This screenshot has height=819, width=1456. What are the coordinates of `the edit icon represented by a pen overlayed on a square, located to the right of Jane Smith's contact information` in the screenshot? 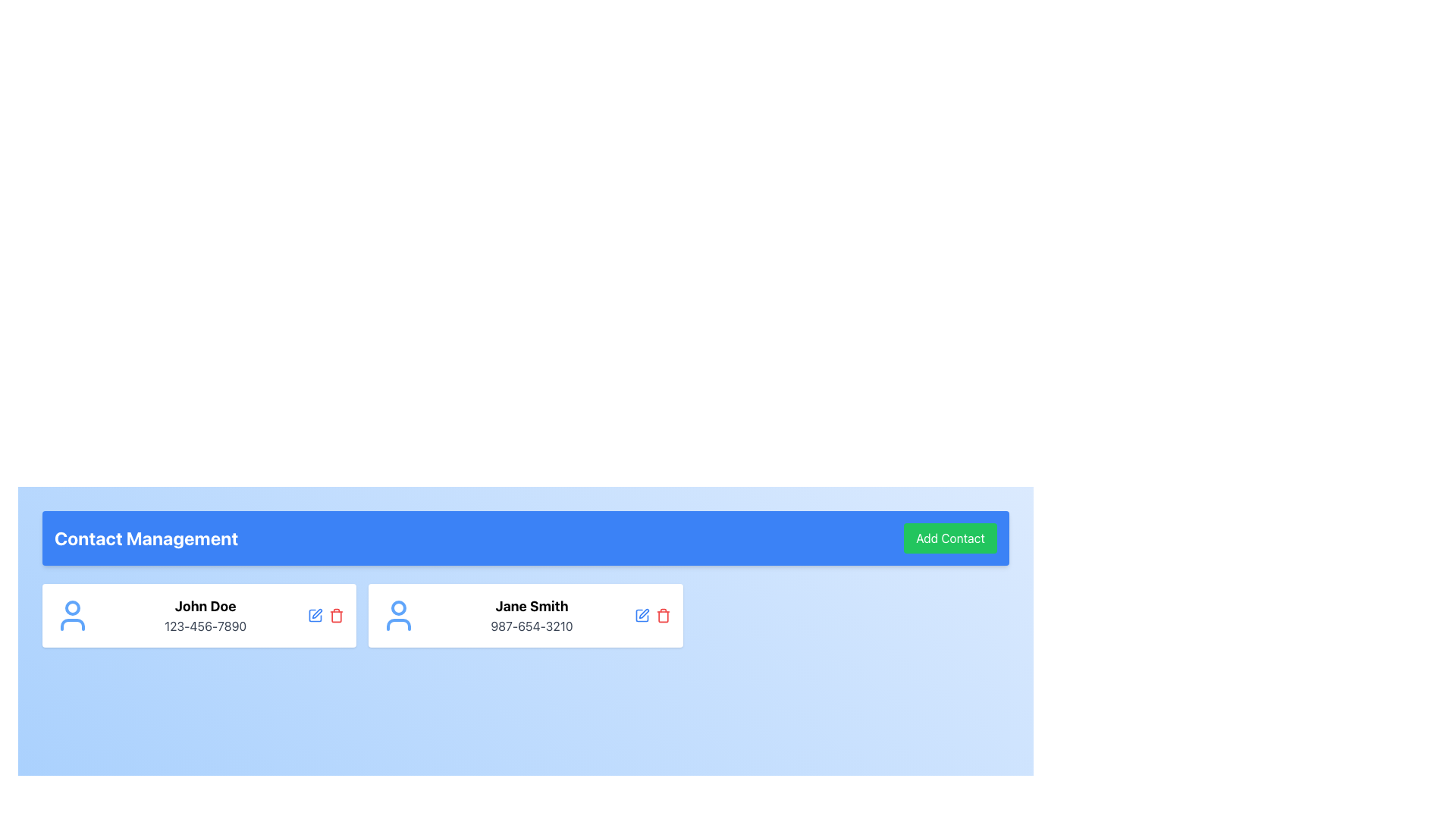 It's located at (644, 613).